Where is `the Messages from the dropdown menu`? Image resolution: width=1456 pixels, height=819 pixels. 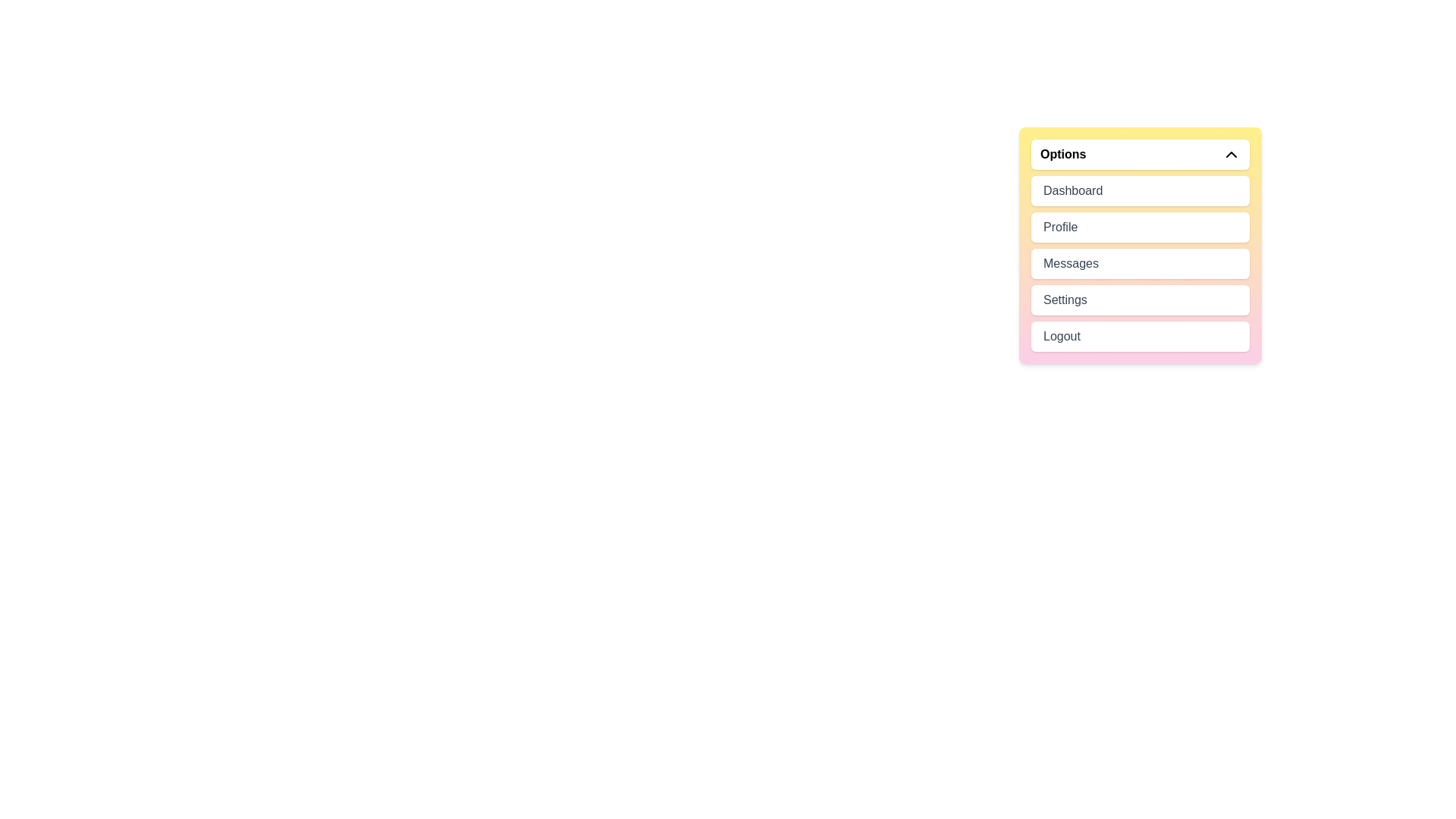 the Messages from the dropdown menu is located at coordinates (1140, 262).